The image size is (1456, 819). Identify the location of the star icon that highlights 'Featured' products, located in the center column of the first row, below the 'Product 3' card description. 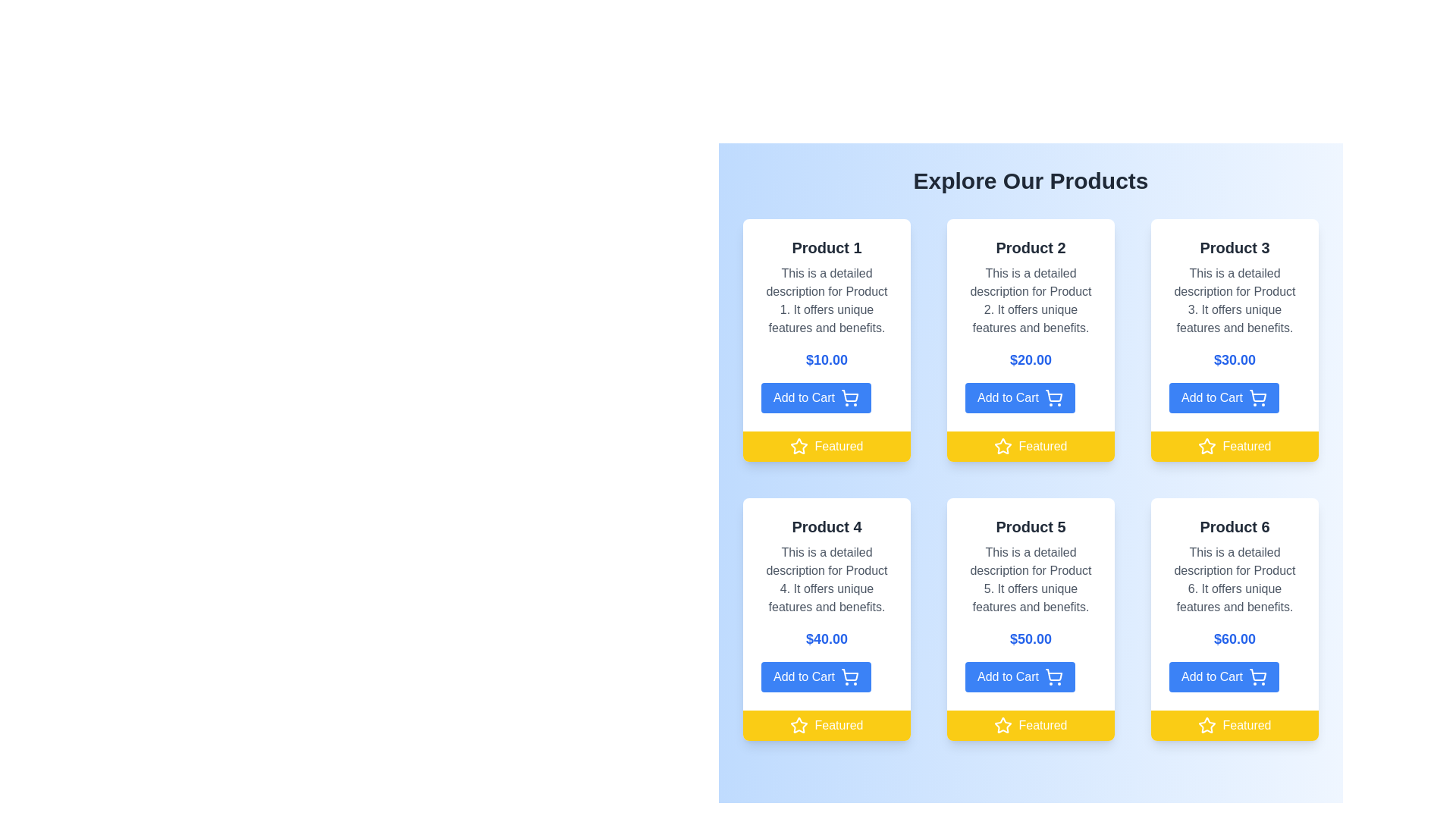
(1207, 445).